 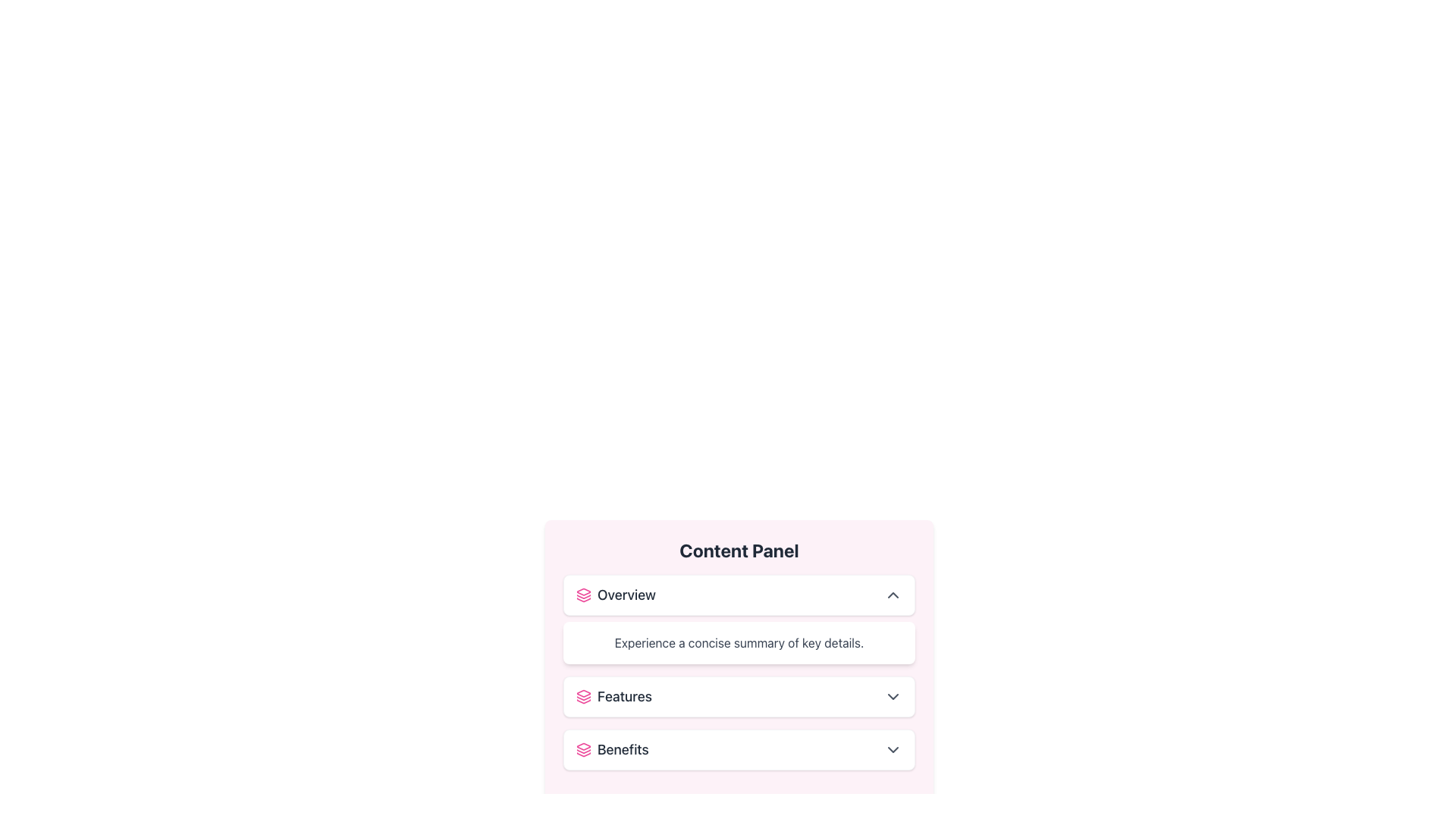 I want to click on the header text with an adjacent pink icon, so click(x=616, y=595).